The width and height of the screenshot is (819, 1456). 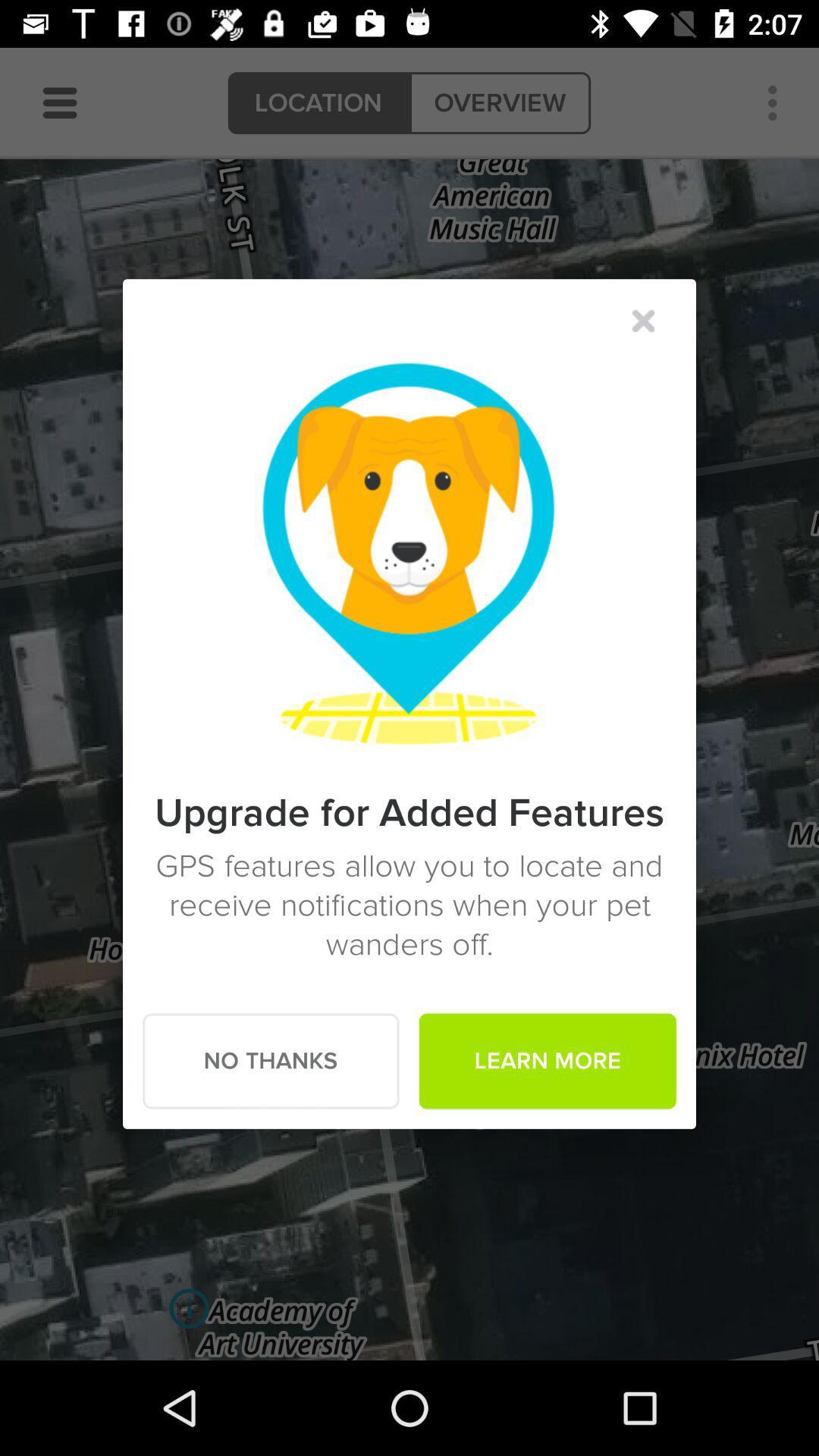 What do you see at coordinates (643, 320) in the screenshot?
I see `popup` at bounding box center [643, 320].